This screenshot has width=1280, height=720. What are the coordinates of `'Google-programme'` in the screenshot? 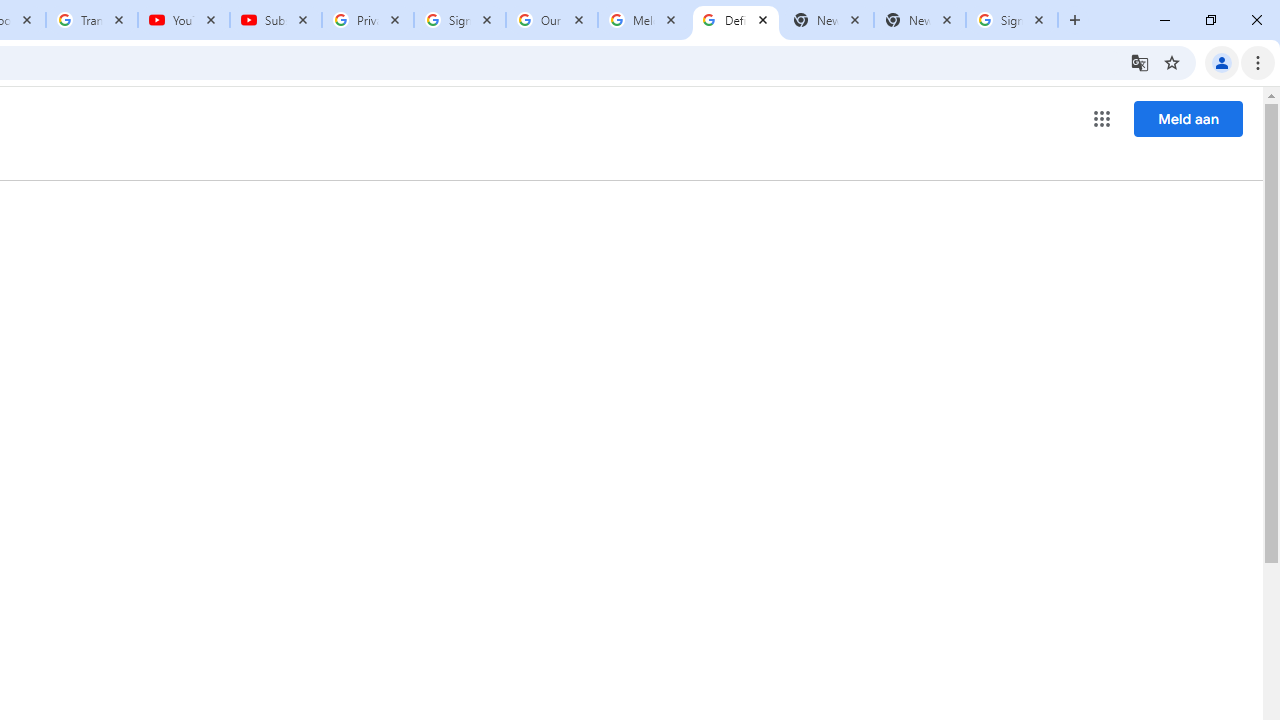 It's located at (1101, 119).